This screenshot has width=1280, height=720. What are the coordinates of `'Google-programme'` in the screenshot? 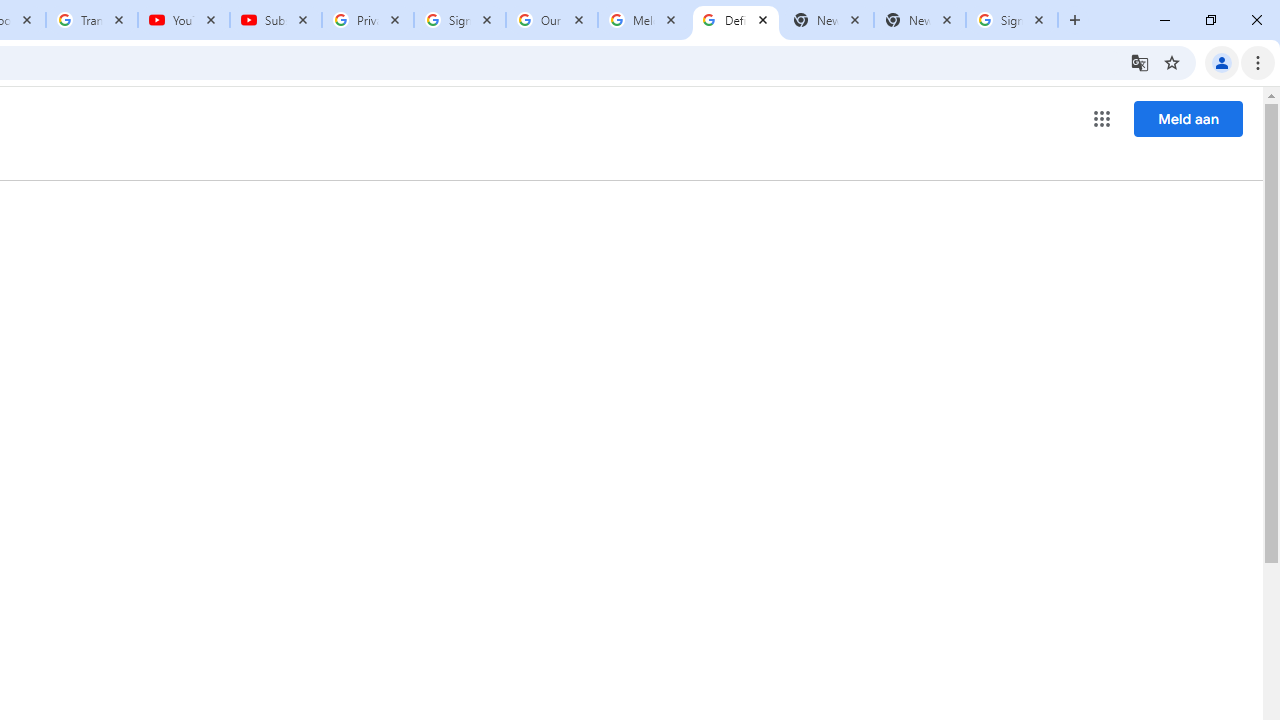 It's located at (1101, 119).